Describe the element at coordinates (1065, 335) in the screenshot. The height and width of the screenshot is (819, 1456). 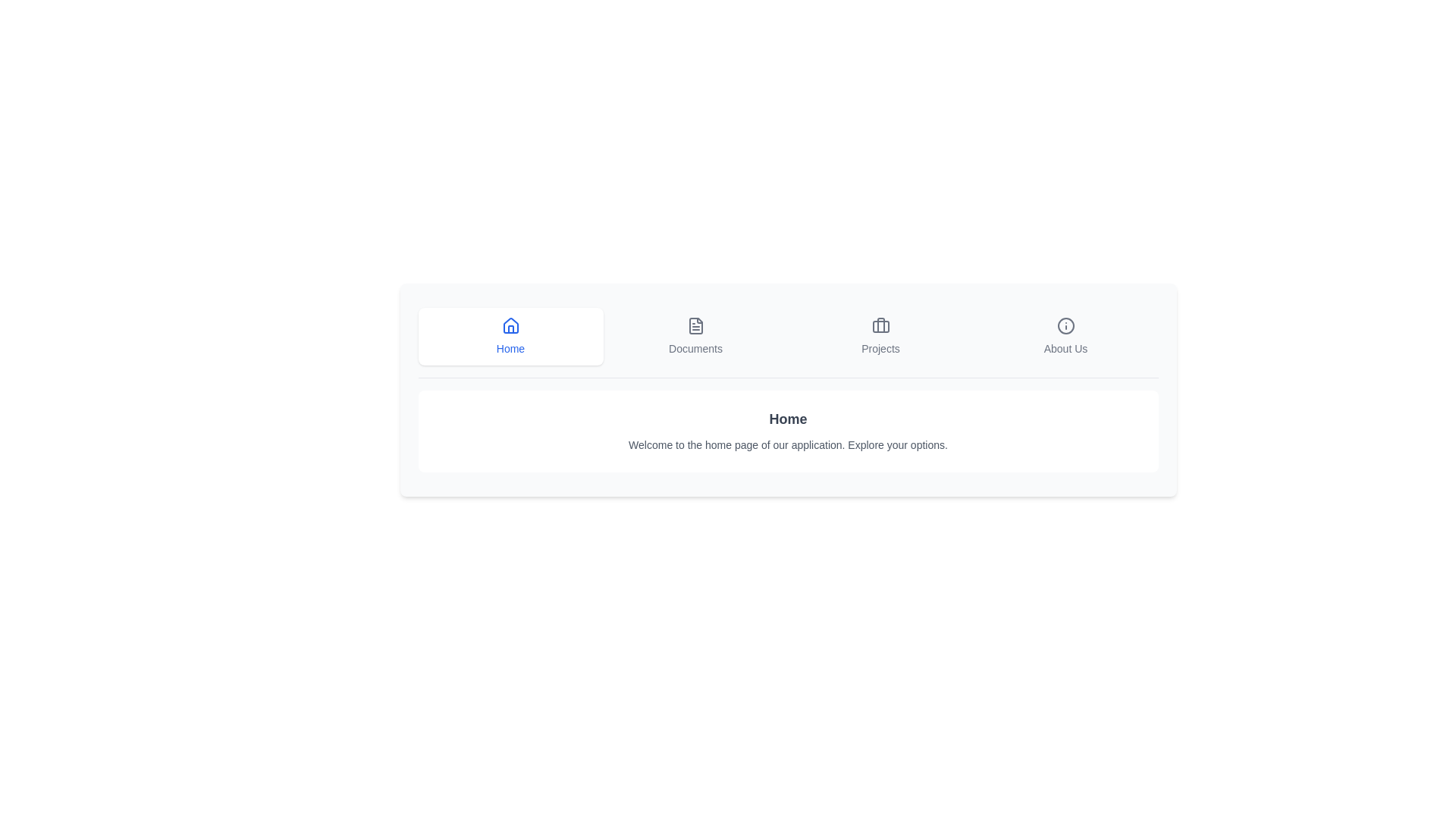
I see `the tab labeled About Us to observe the hover effect` at that location.